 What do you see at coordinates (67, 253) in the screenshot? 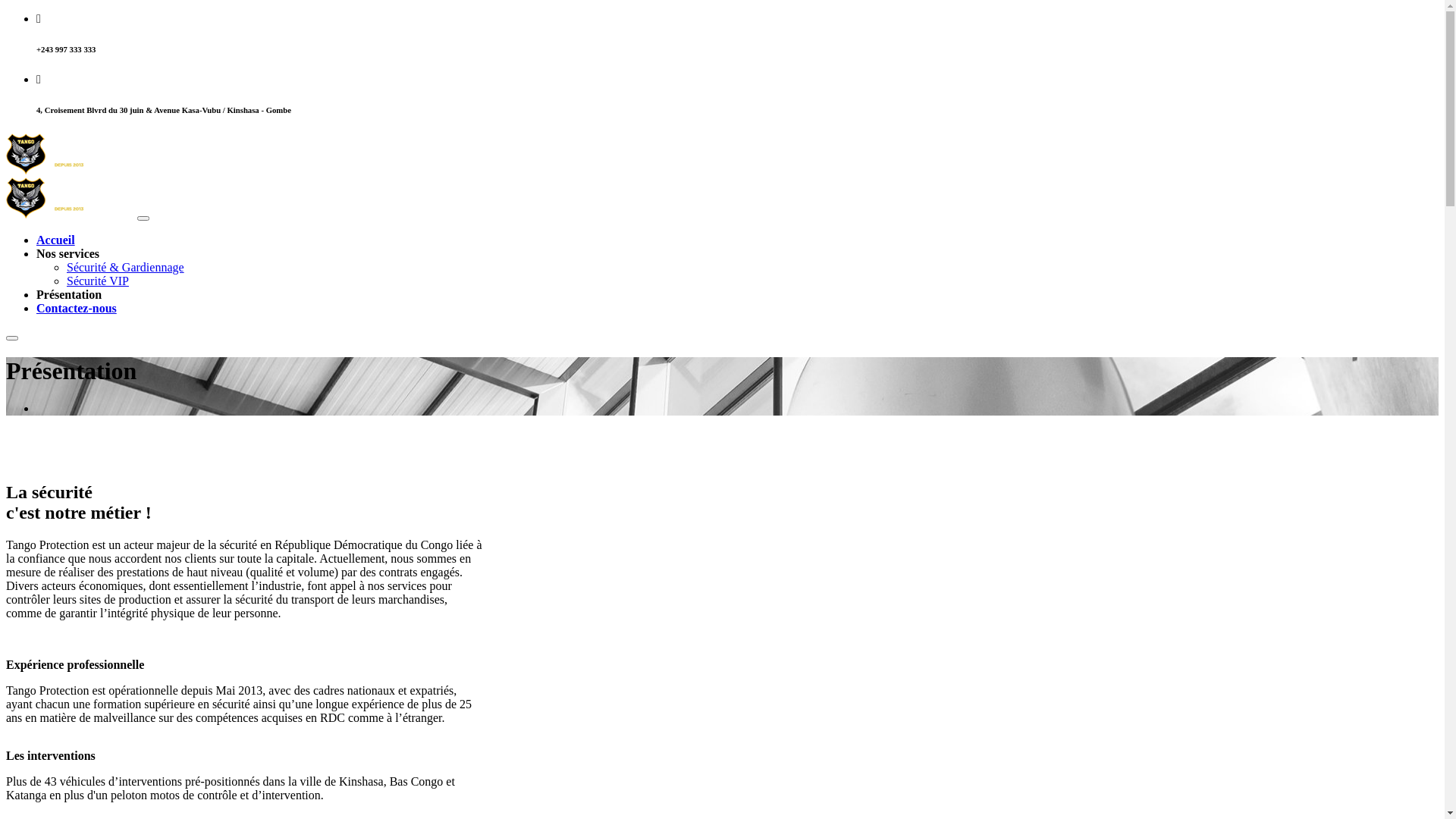
I see `'Nos services'` at bounding box center [67, 253].